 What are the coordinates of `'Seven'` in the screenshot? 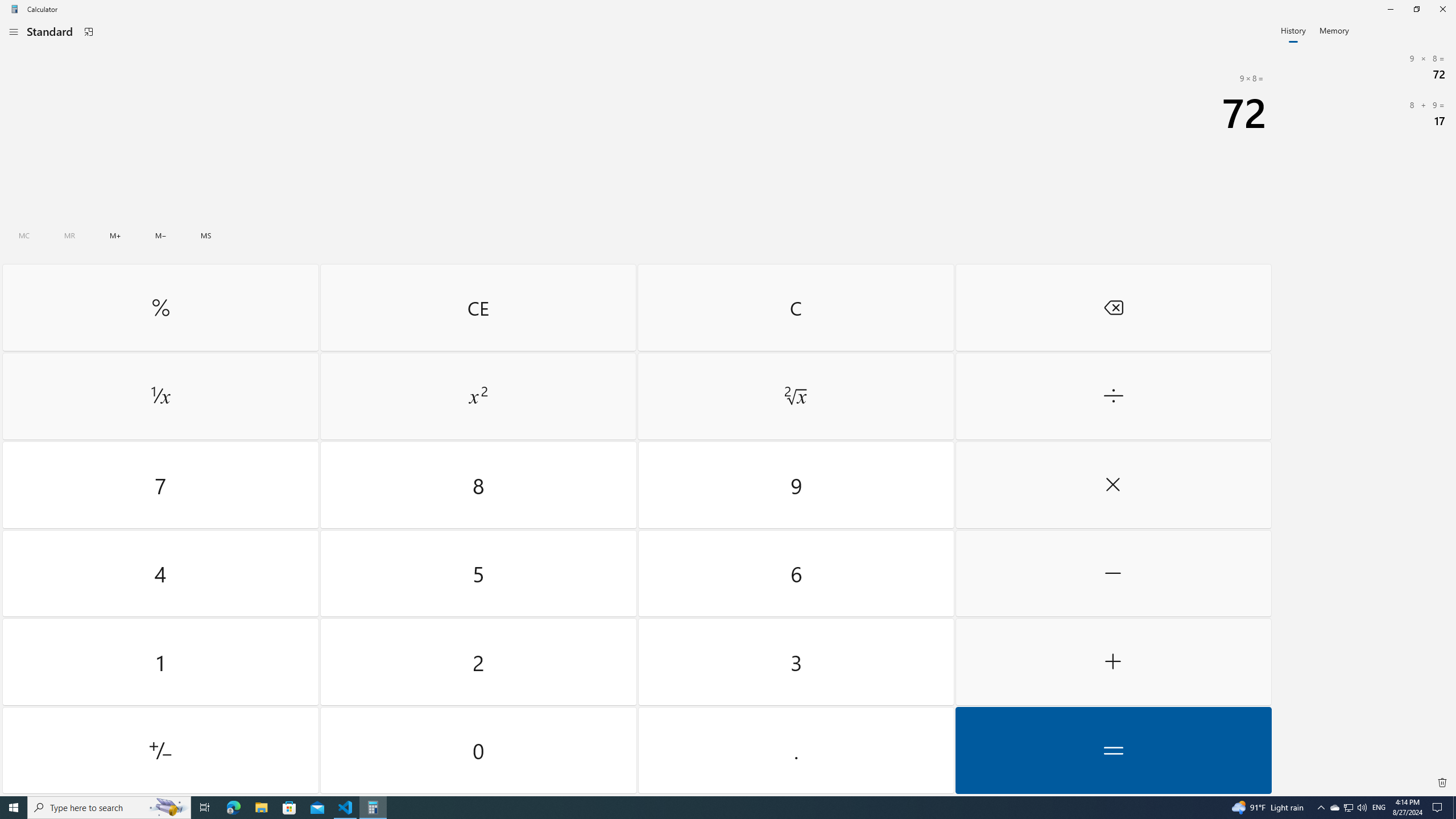 It's located at (160, 485).